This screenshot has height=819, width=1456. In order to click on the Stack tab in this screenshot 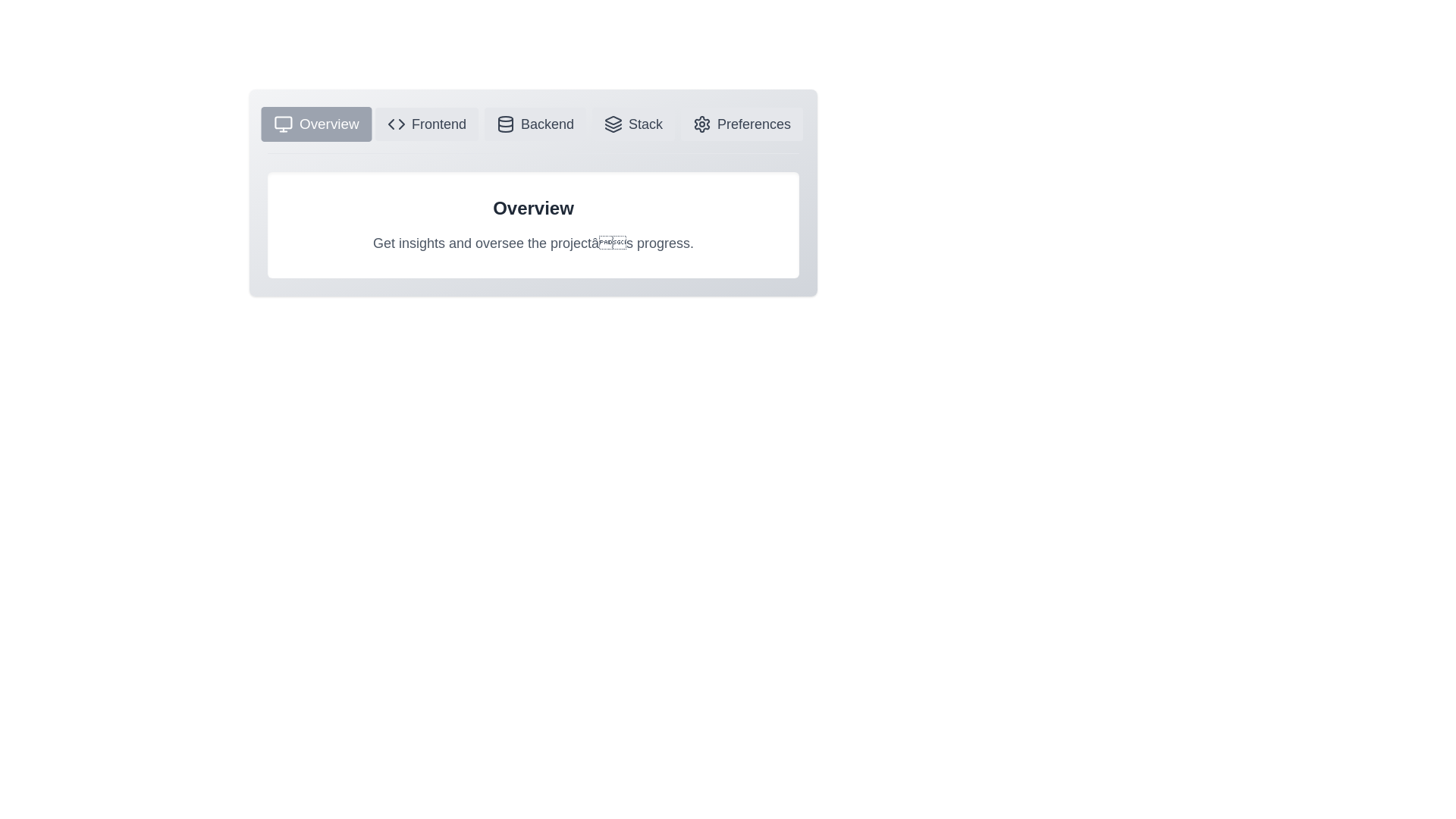, I will do `click(633, 124)`.